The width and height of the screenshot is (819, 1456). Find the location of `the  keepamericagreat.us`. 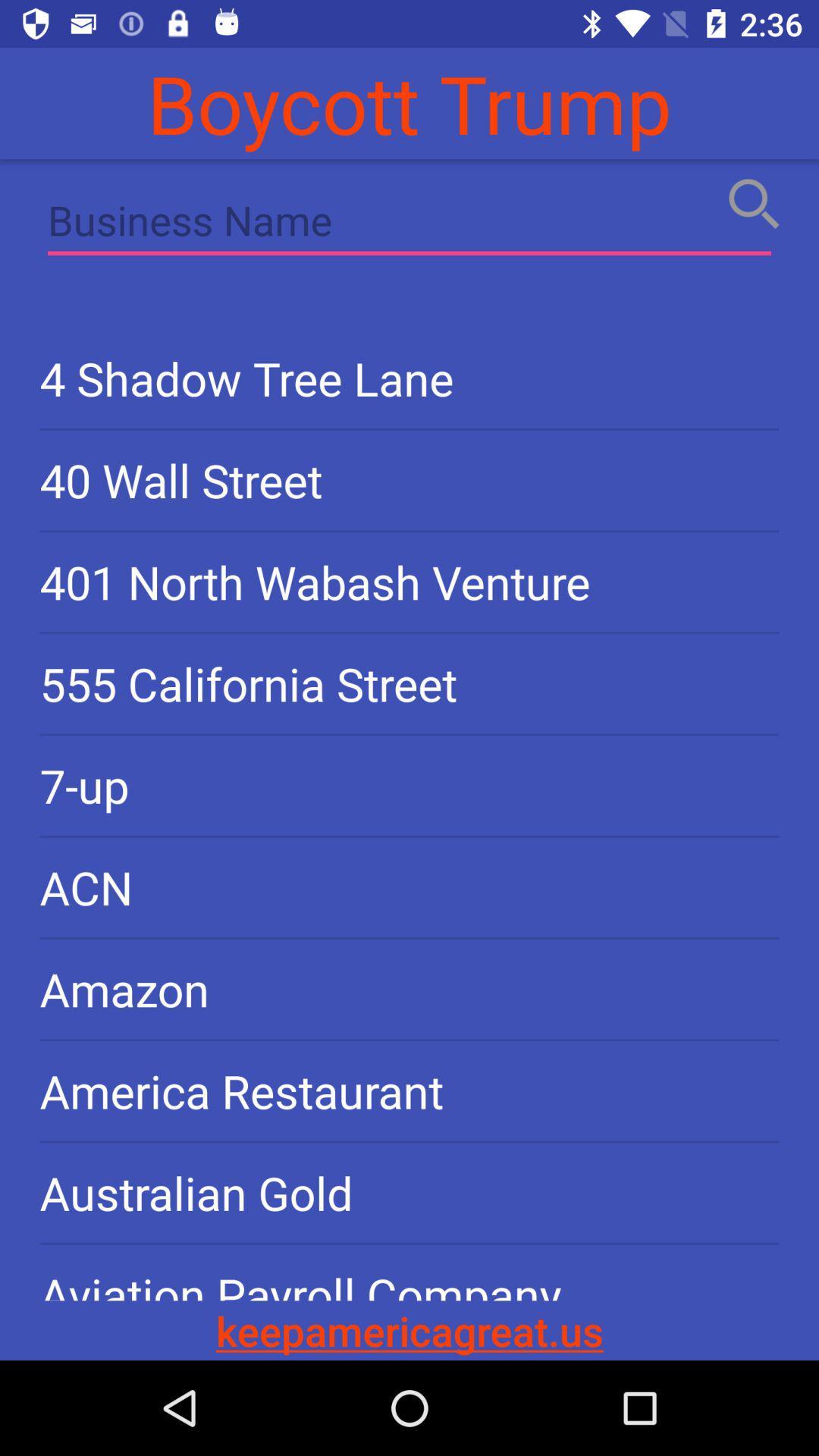

the  keepamericagreat.us is located at coordinates (409, 1329).